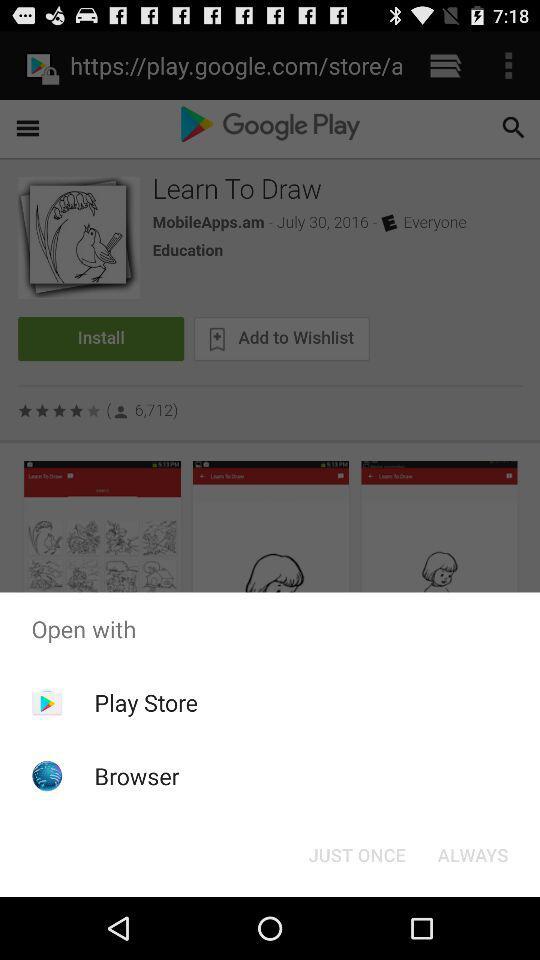  Describe the element at coordinates (356, 853) in the screenshot. I see `the icon below open with app` at that location.